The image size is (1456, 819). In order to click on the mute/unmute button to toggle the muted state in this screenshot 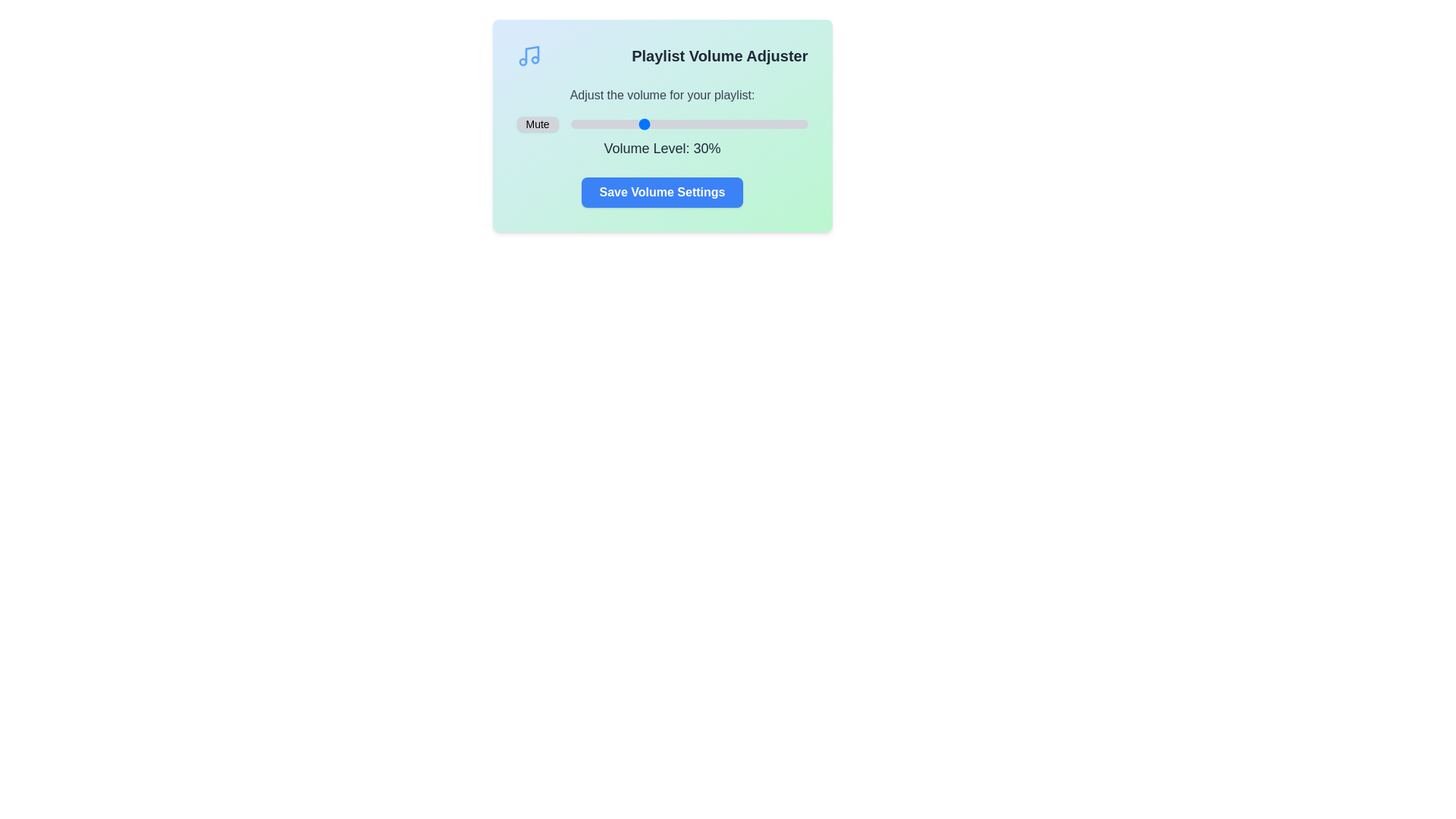, I will do `click(538, 124)`.